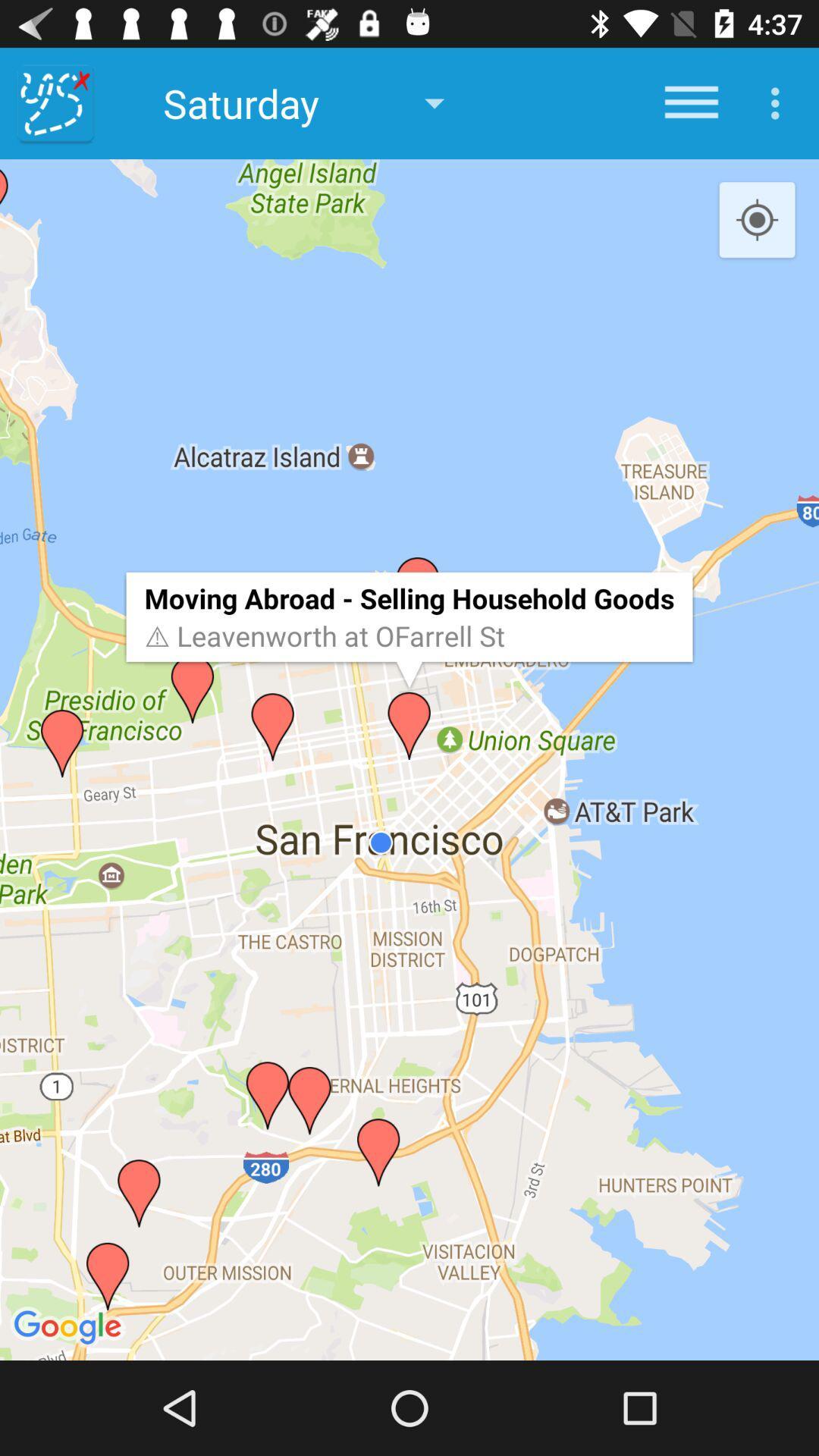 This screenshot has width=819, height=1456. What do you see at coordinates (55, 102) in the screenshot?
I see `back to menu` at bounding box center [55, 102].